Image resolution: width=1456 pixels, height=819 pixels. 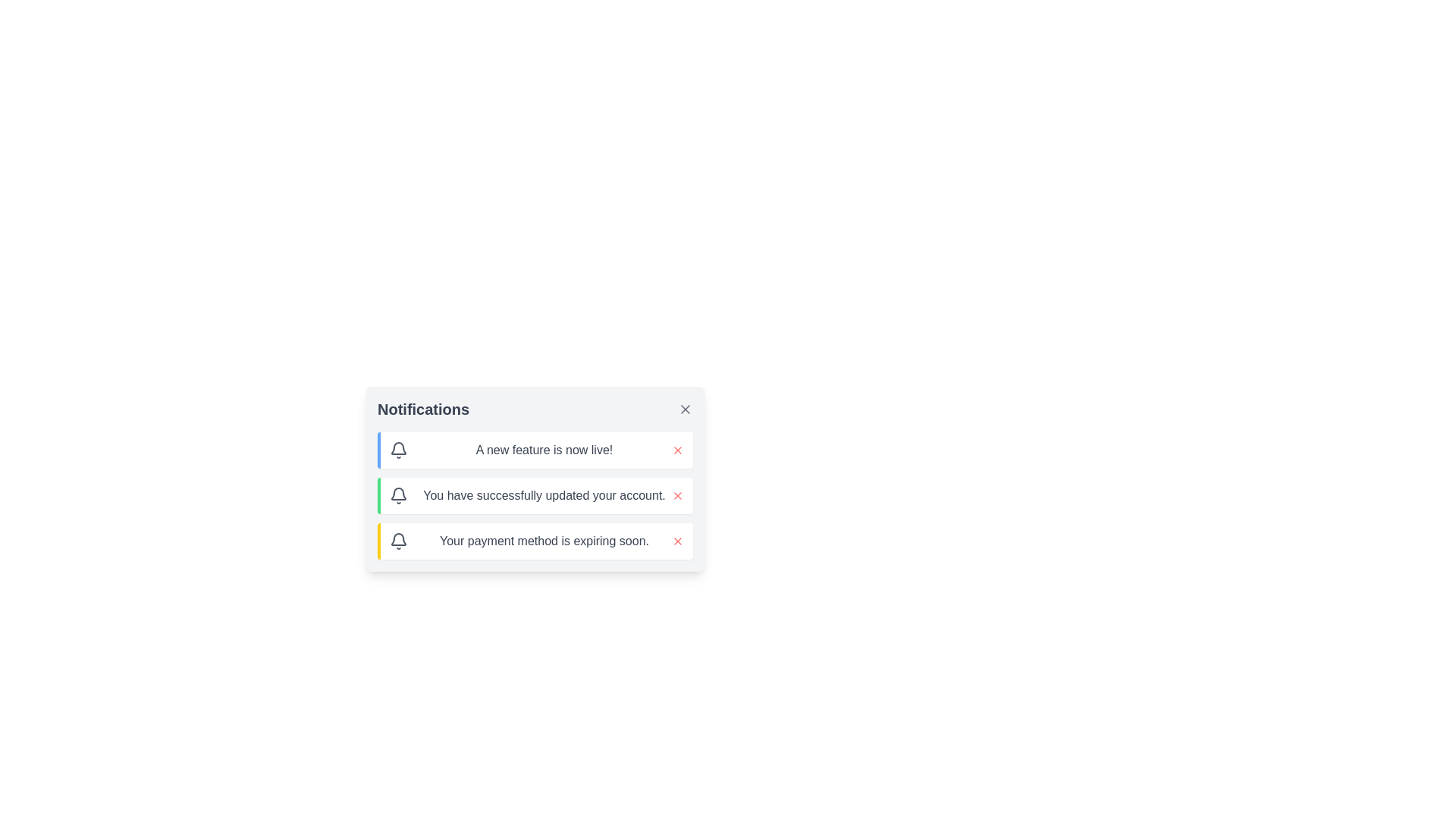 What do you see at coordinates (676, 450) in the screenshot?
I see `the red 'X' Close button icon located at the top-right corner of the alert box labeled 'A new feature is now live!' to trigger a tooltip or visual state change` at bounding box center [676, 450].